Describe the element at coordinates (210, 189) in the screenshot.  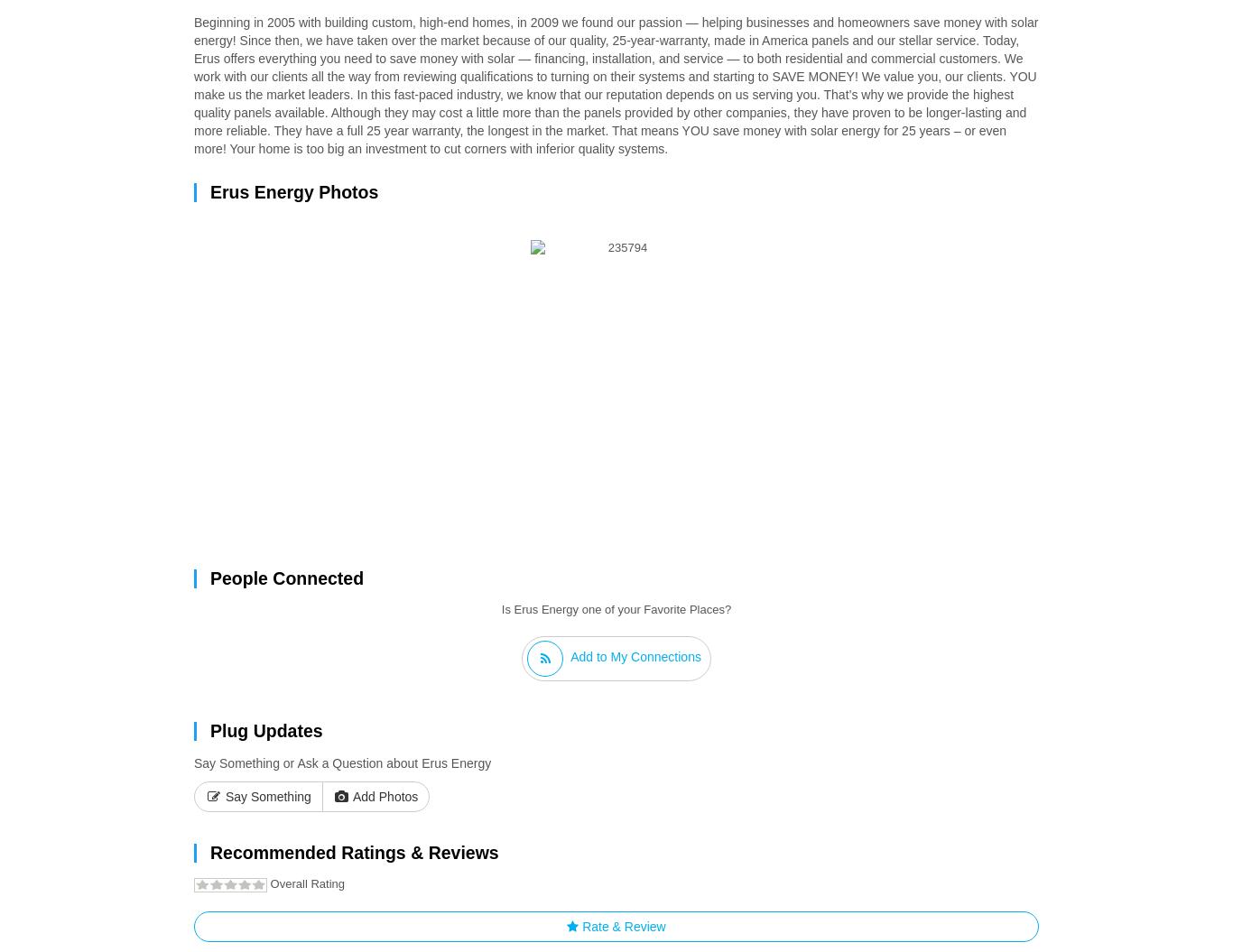
I see `'Erus Energy Photos'` at that location.